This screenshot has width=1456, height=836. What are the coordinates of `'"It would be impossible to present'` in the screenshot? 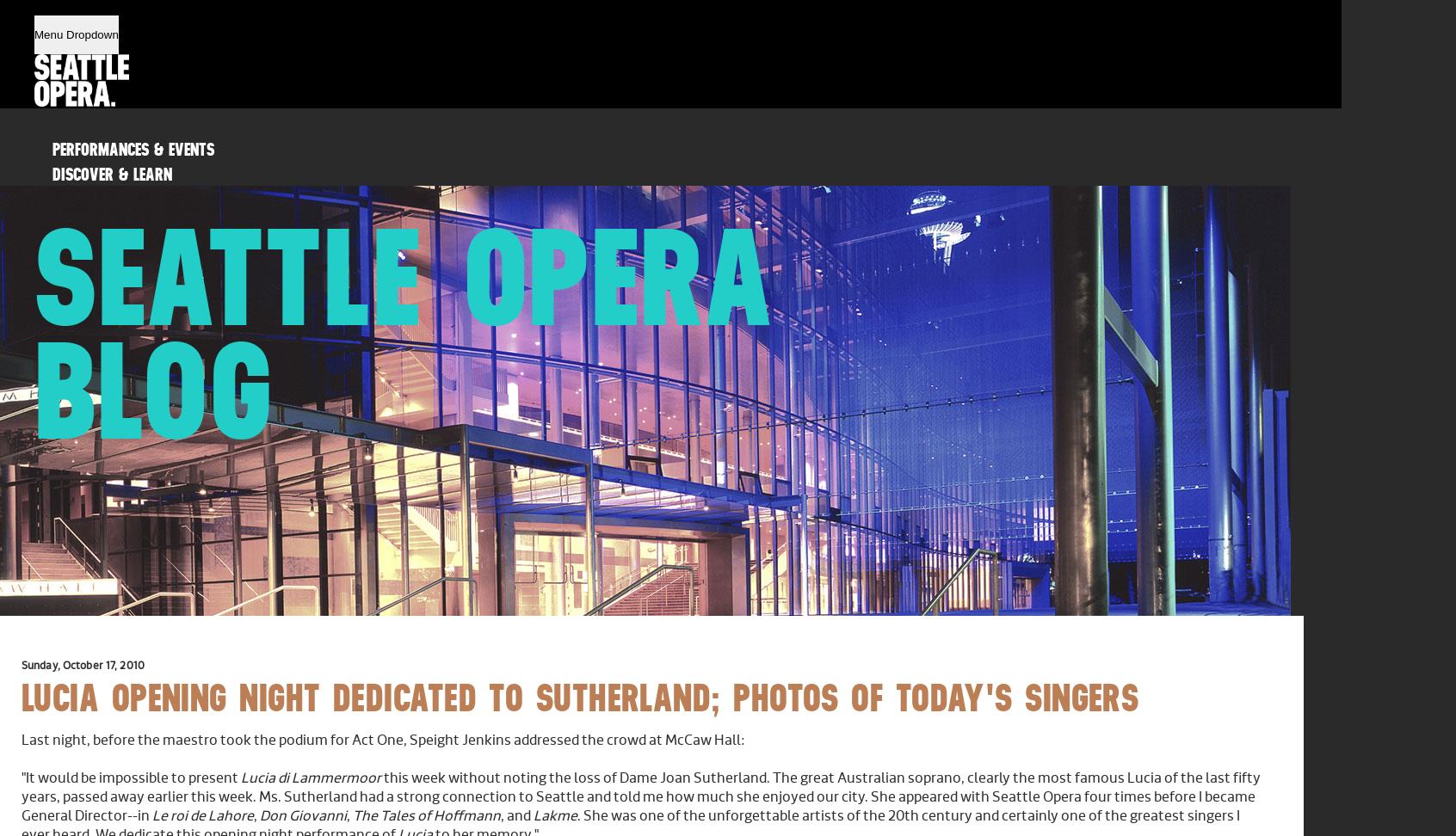 It's located at (130, 778).